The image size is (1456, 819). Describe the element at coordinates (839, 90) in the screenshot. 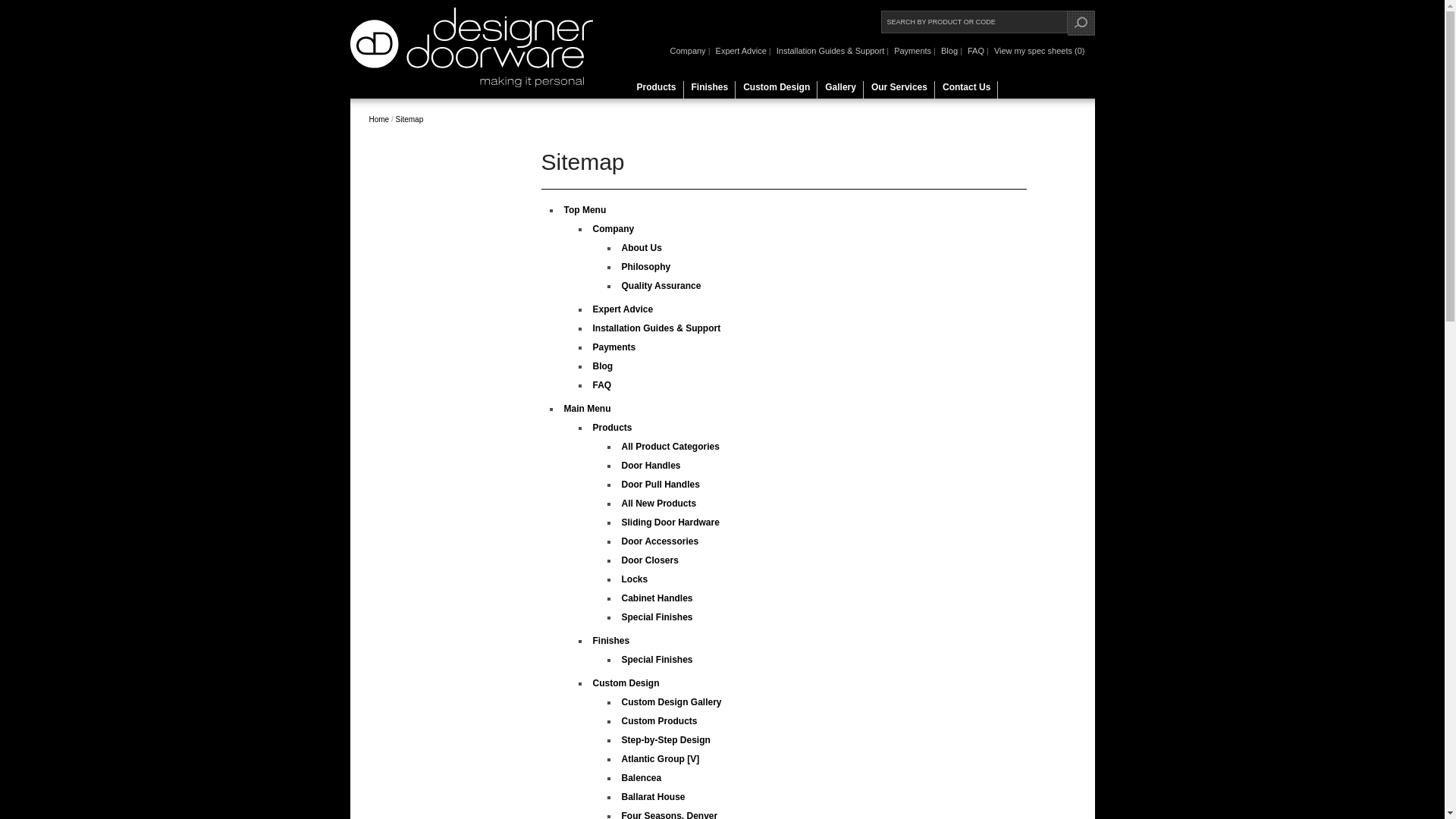

I see `'Gallery'` at that location.